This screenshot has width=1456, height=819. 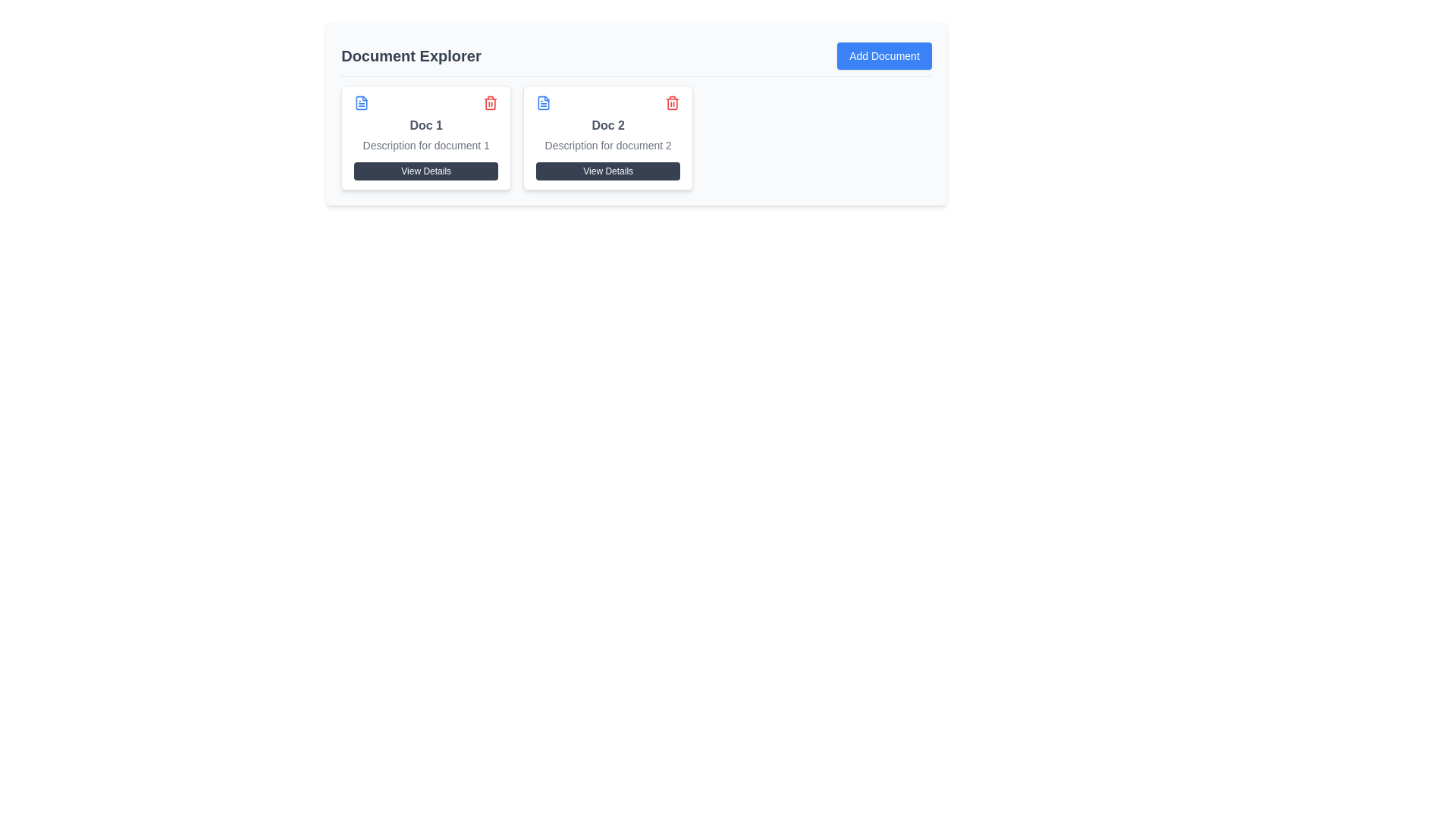 What do you see at coordinates (491, 102) in the screenshot?
I see `the trash can icon located to the right of the title 'Doc 1' to initiate the delete action for the associated document` at bounding box center [491, 102].